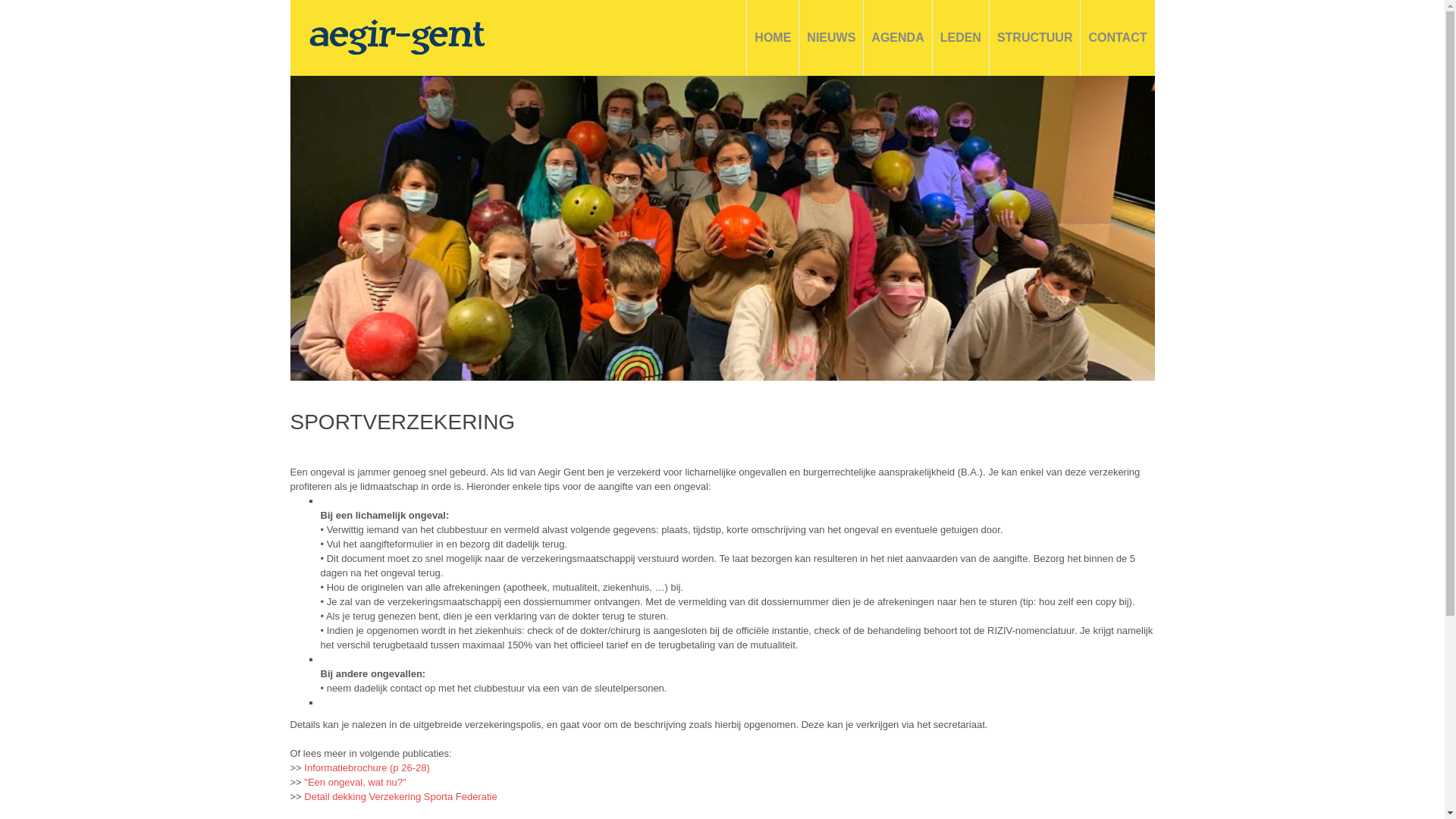 The image size is (1456, 819). What do you see at coordinates (397, 36) in the screenshot?
I see `'Aegir Gent'` at bounding box center [397, 36].